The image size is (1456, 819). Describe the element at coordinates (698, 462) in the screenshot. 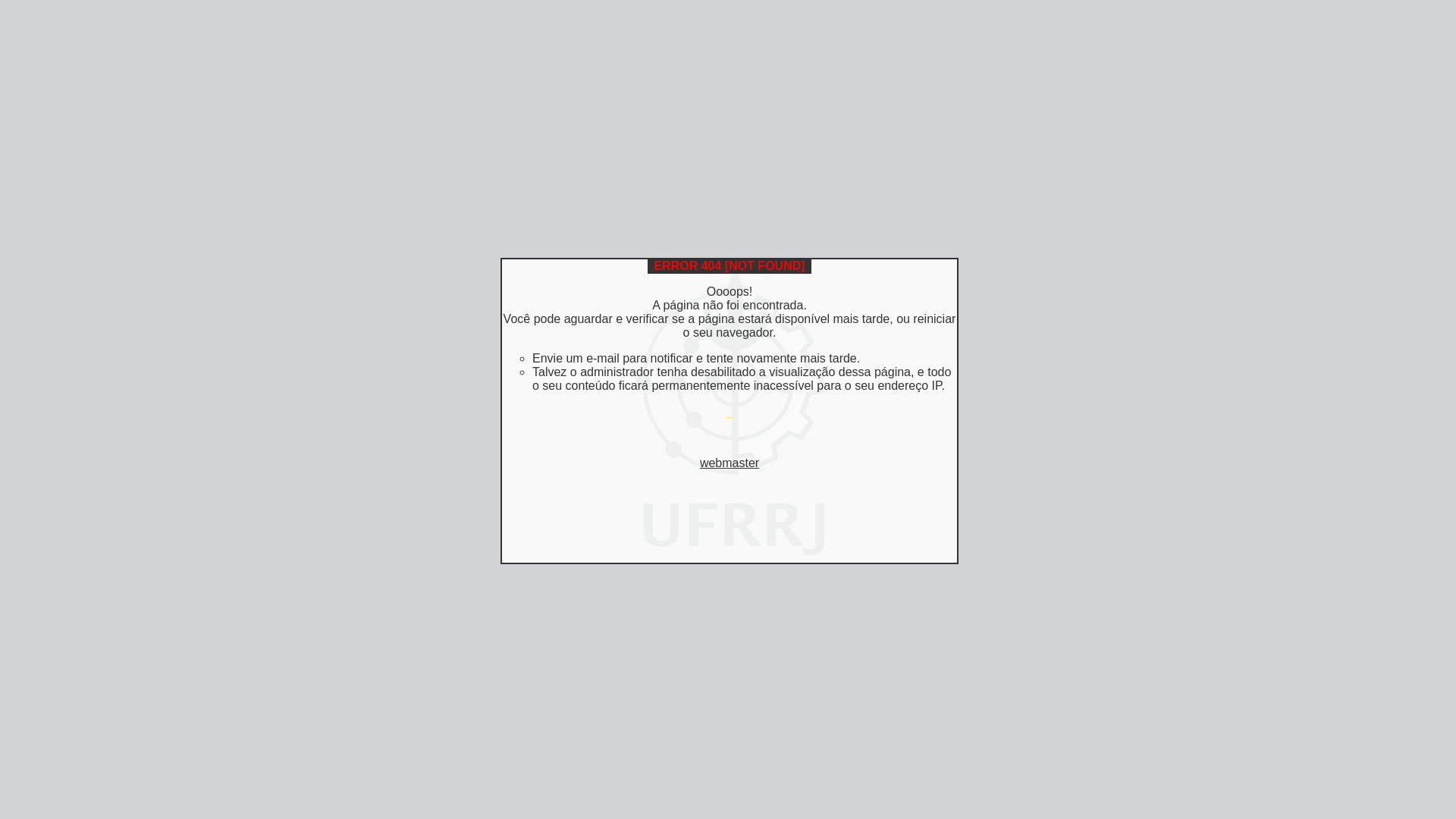

I see `'webmaster'` at that location.